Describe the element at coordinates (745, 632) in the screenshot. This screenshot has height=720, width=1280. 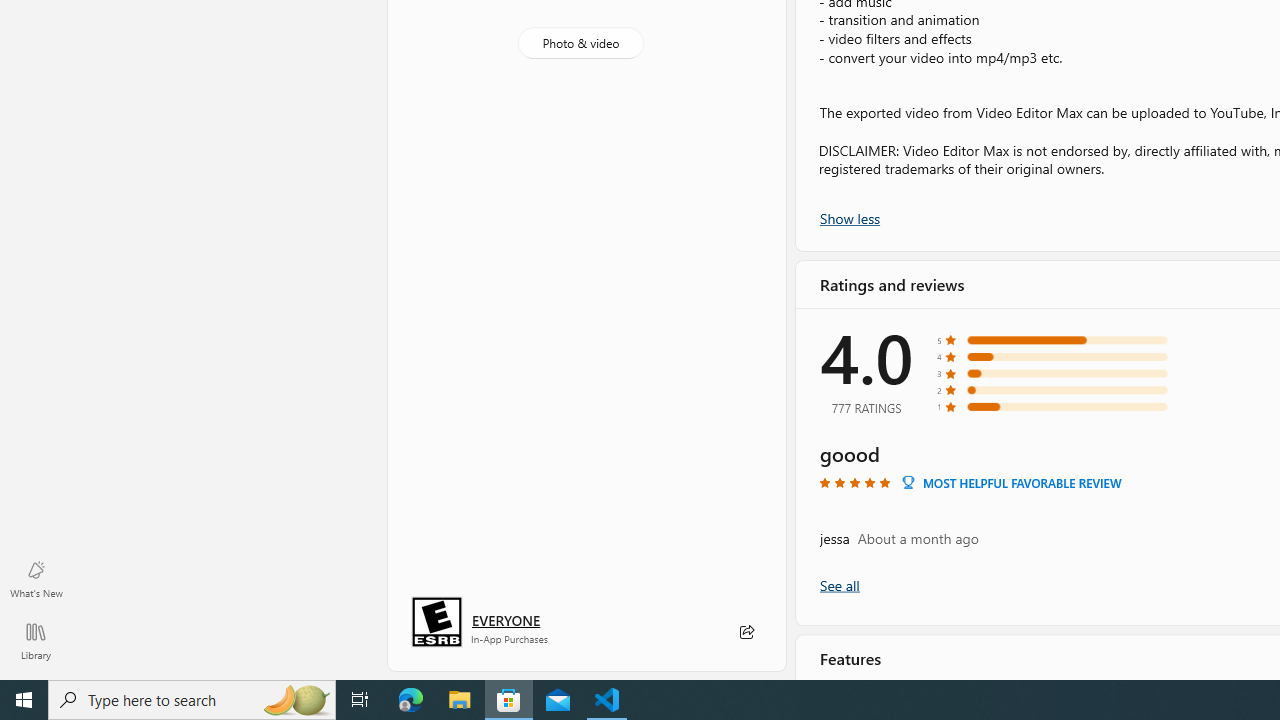
I see `'Share'` at that location.